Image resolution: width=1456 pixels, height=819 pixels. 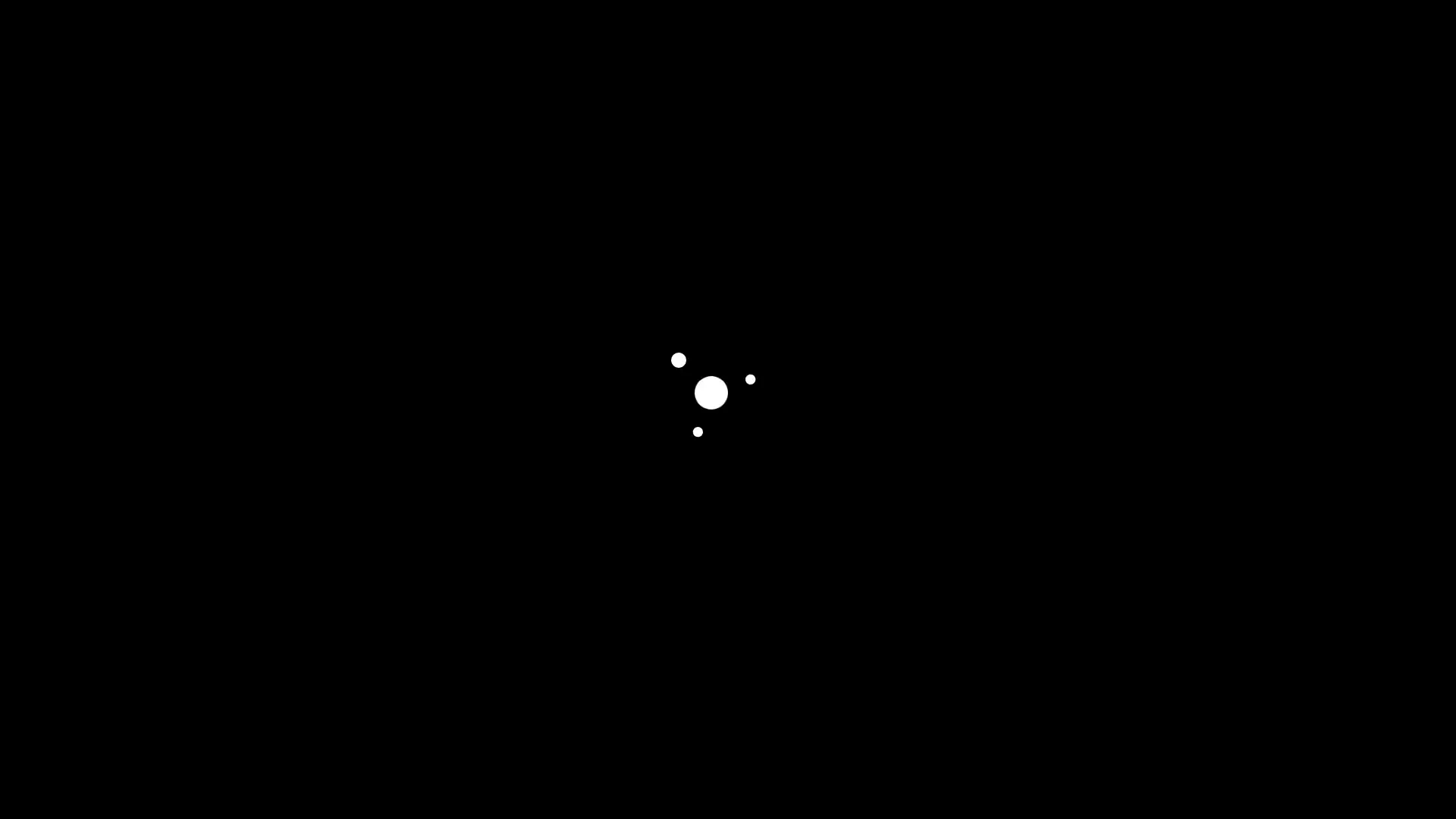 What do you see at coordinates (1235, 681) in the screenshot?
I see `SIGN UP` at bounding box center [1235, 681].